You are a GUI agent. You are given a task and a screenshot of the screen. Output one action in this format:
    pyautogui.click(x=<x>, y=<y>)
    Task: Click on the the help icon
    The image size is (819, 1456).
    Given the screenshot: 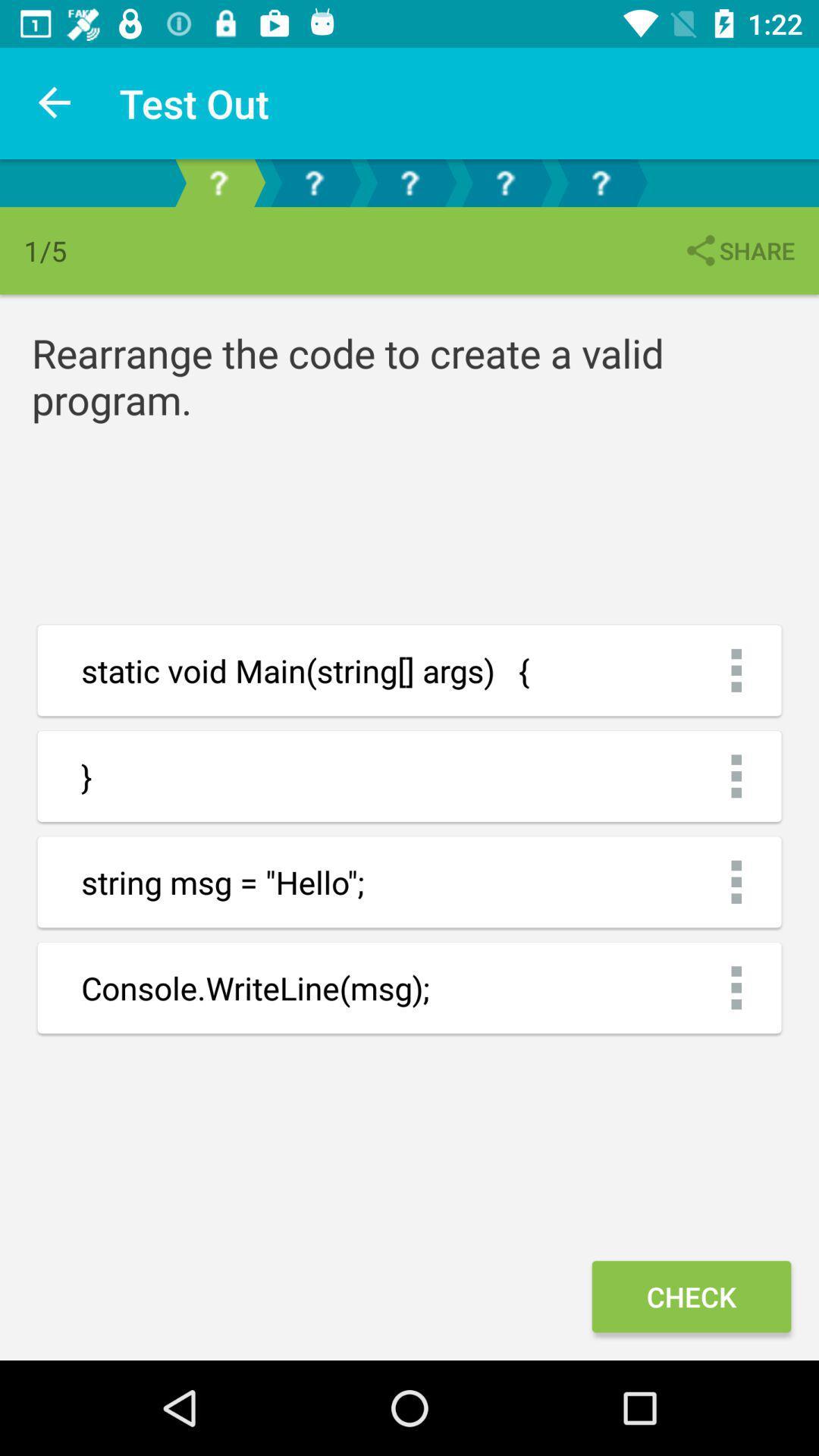 What is the action you would take?
    pyautogui.click(x=599, y=182)
    